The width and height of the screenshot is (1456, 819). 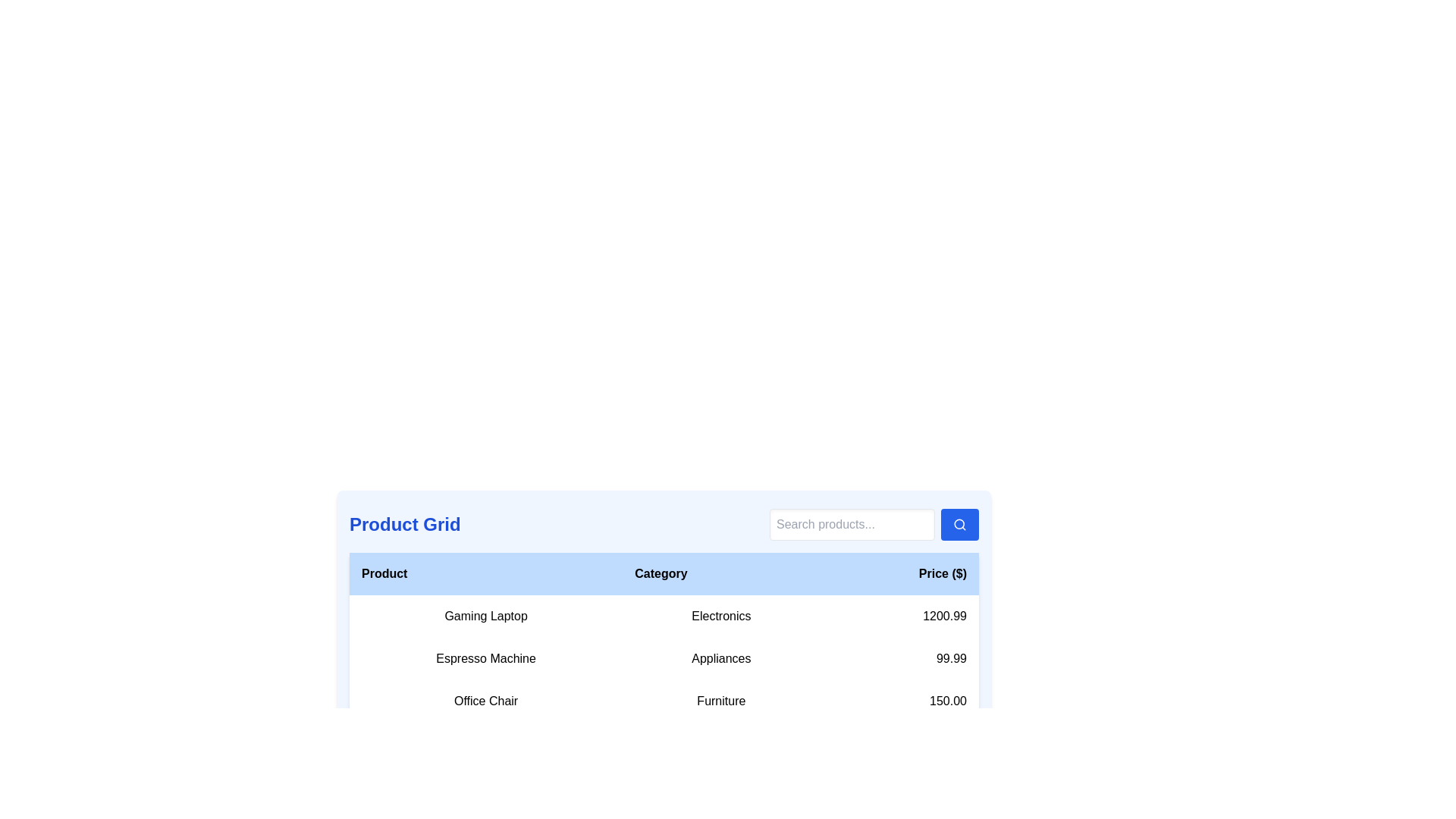 What do you see at coordinates (959, 523) in the screenshot?
I see `the inner circle of the search icon within the SVG graphic, which is part of the decorative elements of the blue button located at the top-right corner of the product grid layout` at bounding box center [959, 523].